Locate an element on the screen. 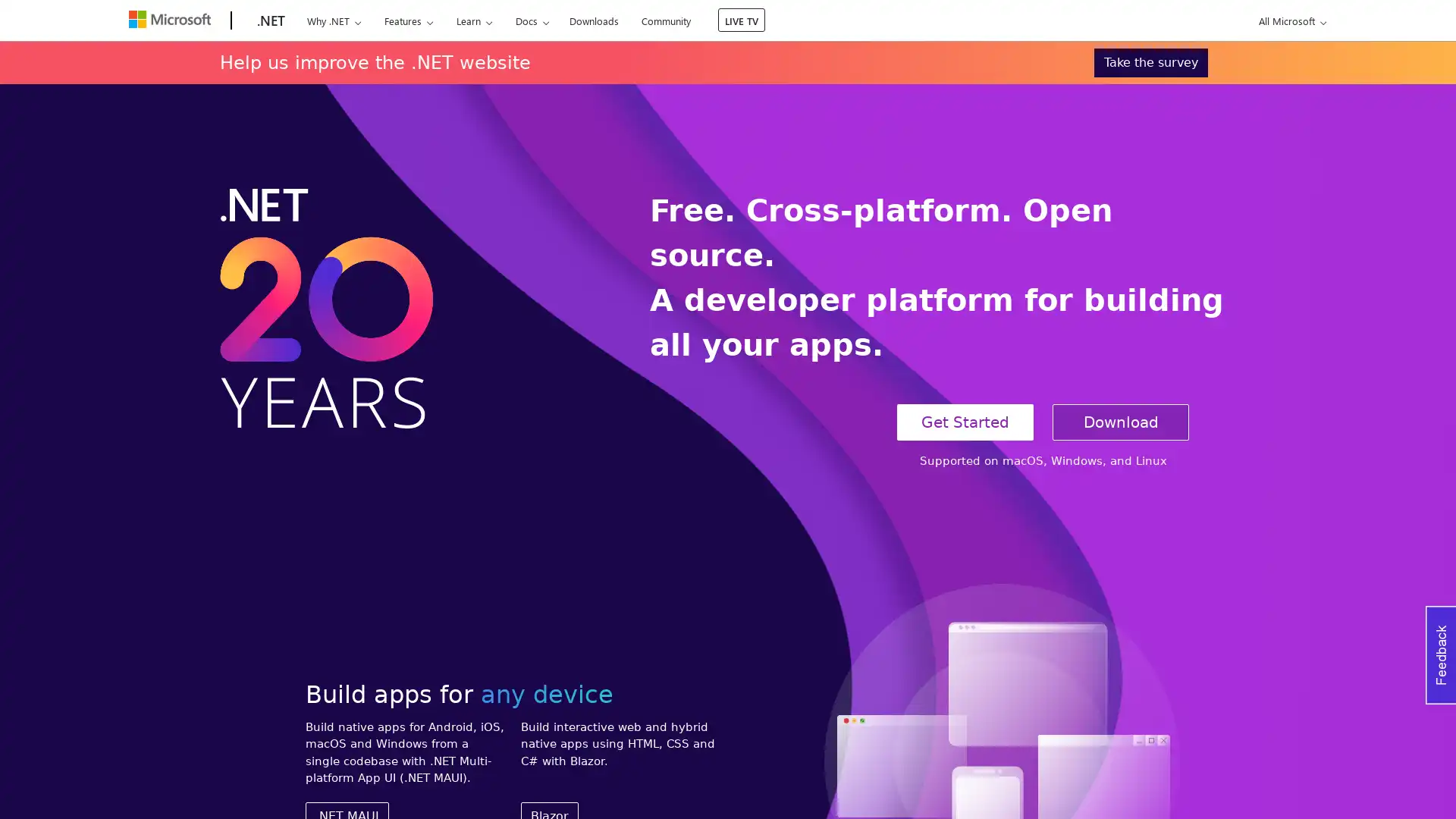 This screenshot has width=1456, height=819. Learn is located at coordinates (472, 20).